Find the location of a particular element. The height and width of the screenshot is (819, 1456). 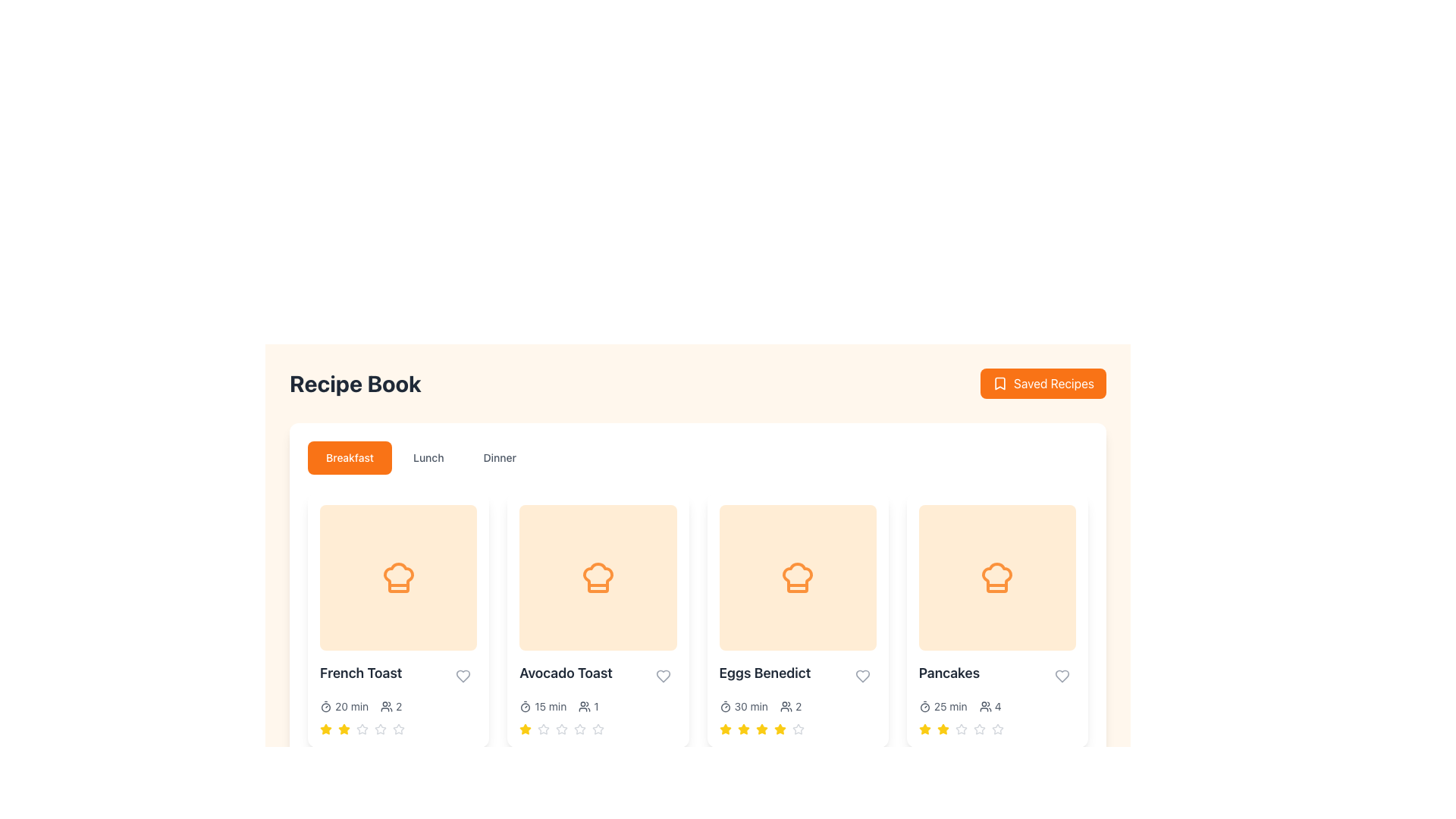

the recipe card for 'Eggs Benedict' is located at coordinates (797, 620).